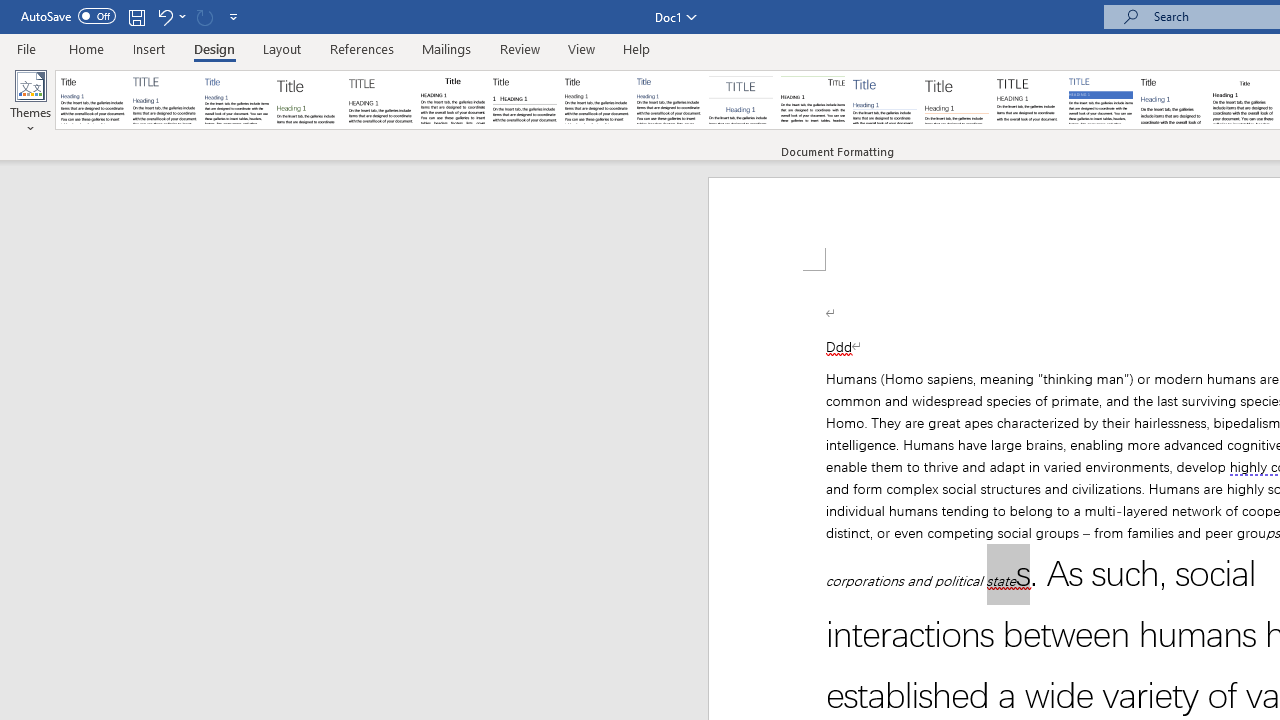 This screenshot has height=720, width=1280. Describe the element at coordinates (308, 100) in the screenshot. I see `'Basic (Stylish)'` at that location.